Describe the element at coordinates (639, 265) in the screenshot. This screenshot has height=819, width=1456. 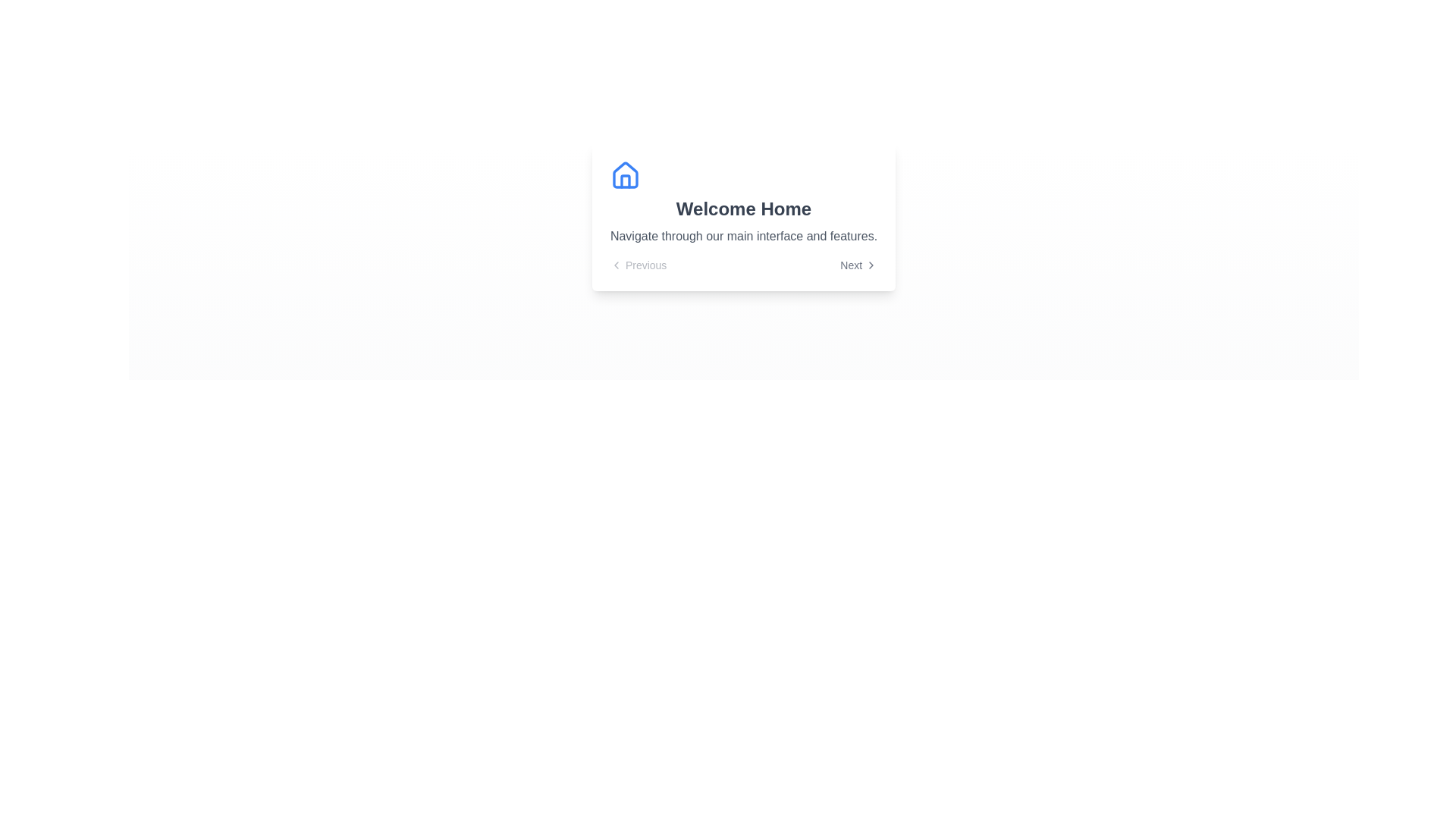
I see `the 'Previous' button, which features a left-pointing arrow and small gray text` at that location.